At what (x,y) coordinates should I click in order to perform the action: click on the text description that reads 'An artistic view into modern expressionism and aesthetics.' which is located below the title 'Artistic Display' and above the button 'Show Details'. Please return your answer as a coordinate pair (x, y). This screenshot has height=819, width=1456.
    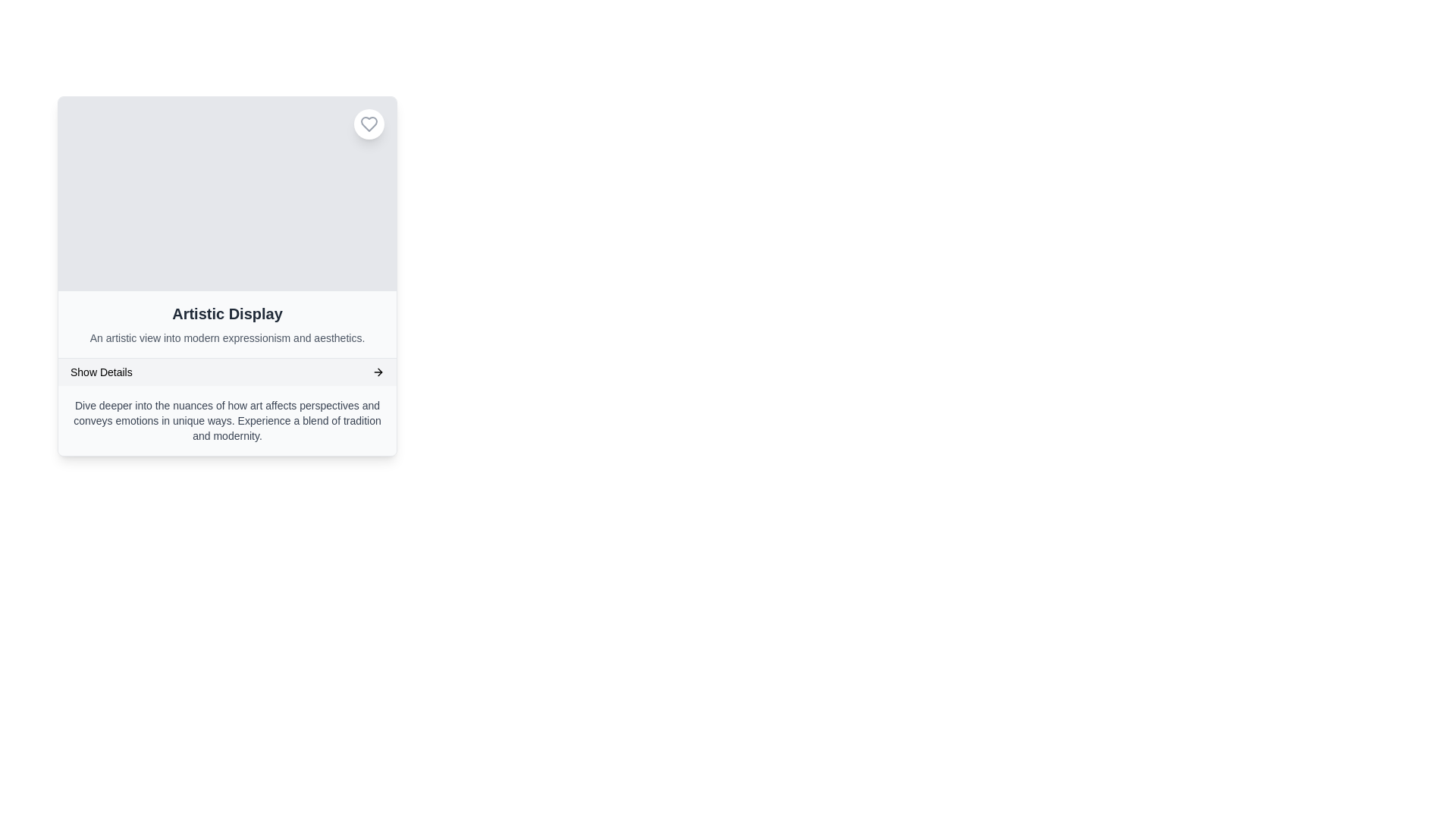
    Looking at the image, I should click on (226, 337).